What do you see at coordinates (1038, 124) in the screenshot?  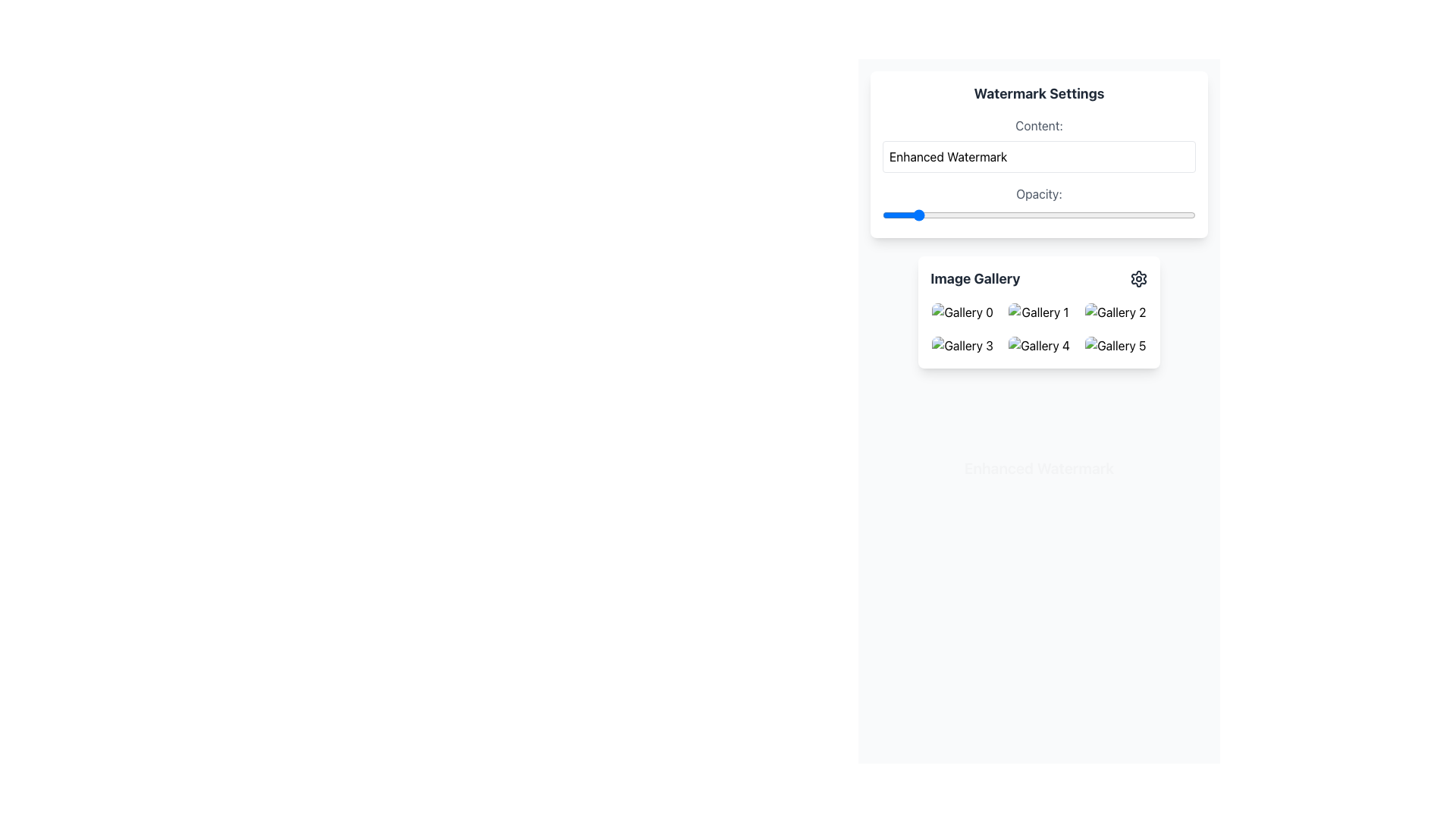 I see `the text label that reads 'Content:' styled in gray, located in the 'Watermark Settings' section above the 'Enhanced Watermark' text input field` at bounding box center [1038, 124].